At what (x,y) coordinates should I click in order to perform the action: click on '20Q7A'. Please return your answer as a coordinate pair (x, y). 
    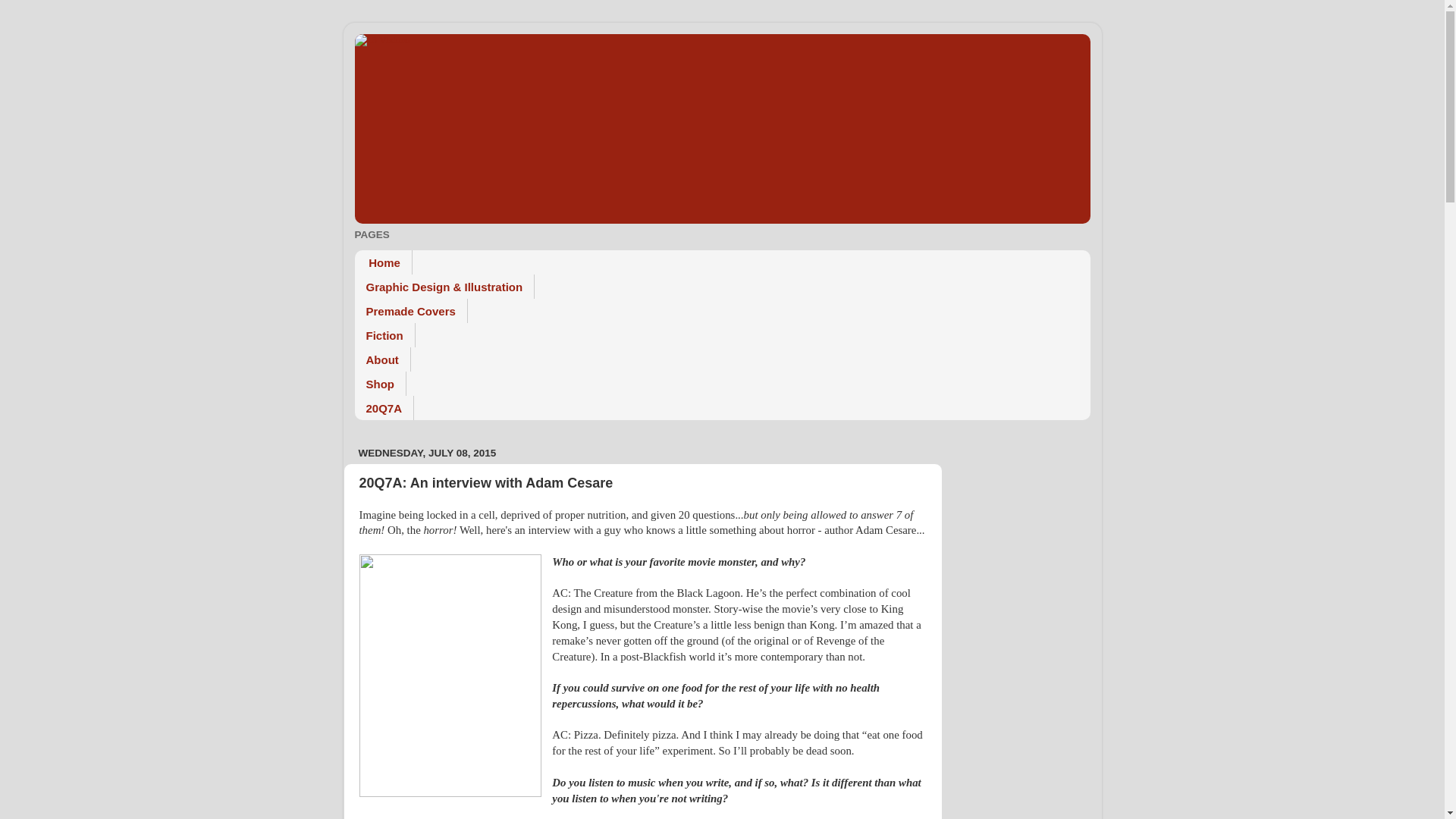
    Looking at the image, I should click on (384, 406).